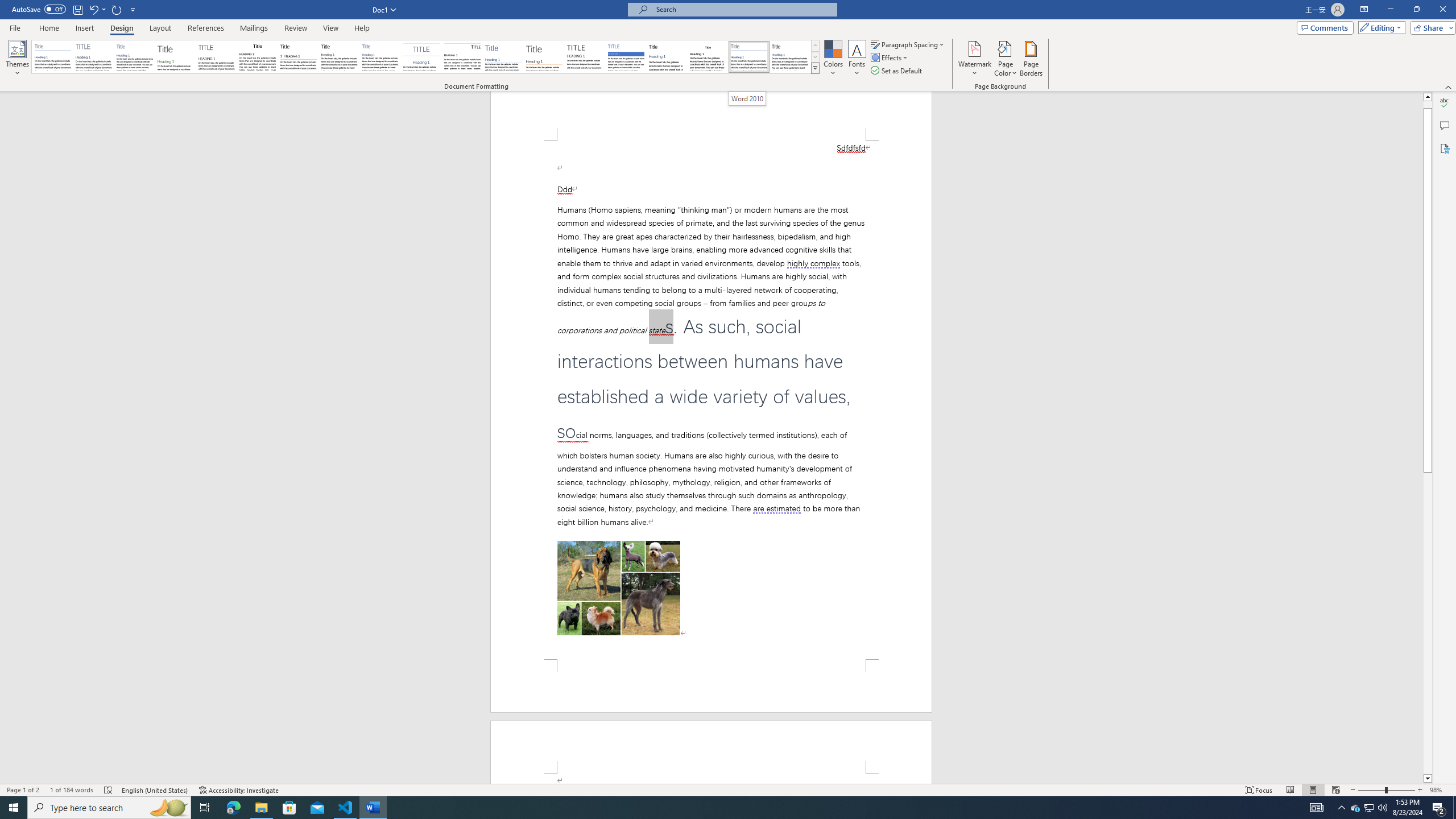 Image resolution: width=1456 pixels, height=819 pixels. I want to click on 'Effects', so click(890, 56).